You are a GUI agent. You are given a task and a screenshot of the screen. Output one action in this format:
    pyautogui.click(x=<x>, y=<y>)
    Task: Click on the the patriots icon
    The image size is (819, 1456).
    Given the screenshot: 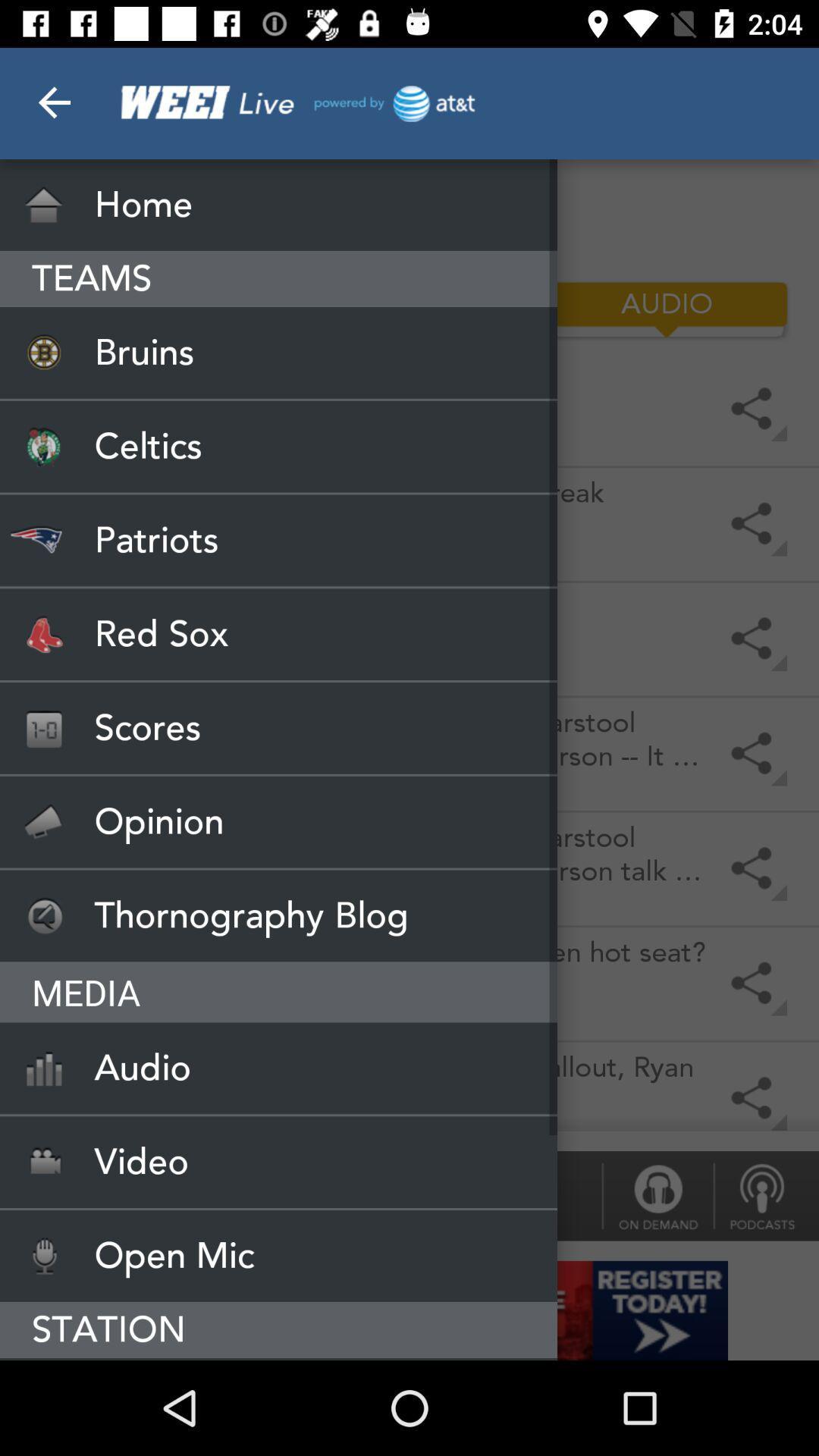 What is the action you would take?
    pyautogui.click(x=278, y=540)
    